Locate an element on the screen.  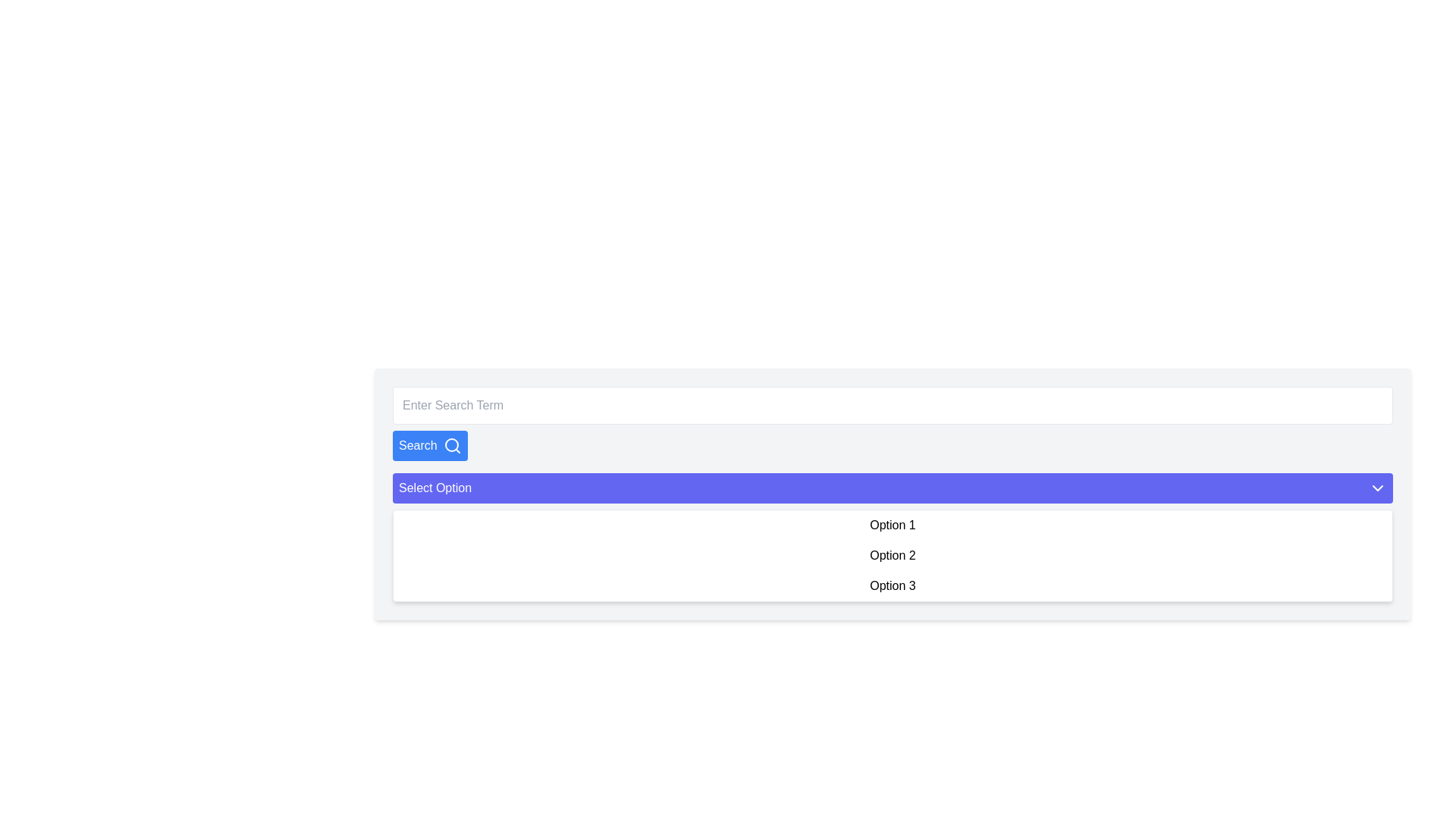
the circular part of the magnifying glass icon, which visually represents the 'Search' button's purpose, located on the left side of the 'Search' button text is located at coordinates (450, 444).